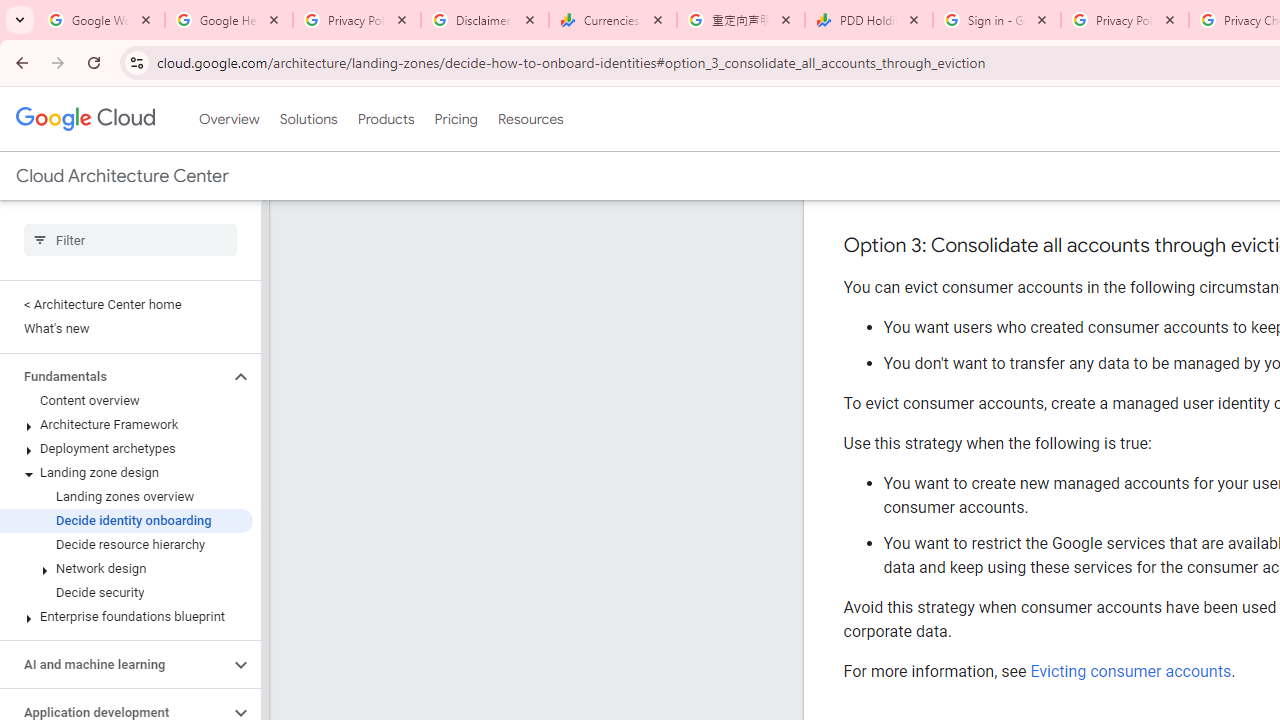 The width and height of the screenshot is (1280, 720). What do you see at coordinates (125, 519) in the screenshot?
I see `'Decide identity onboarding'` at bounding box center [125, 519].